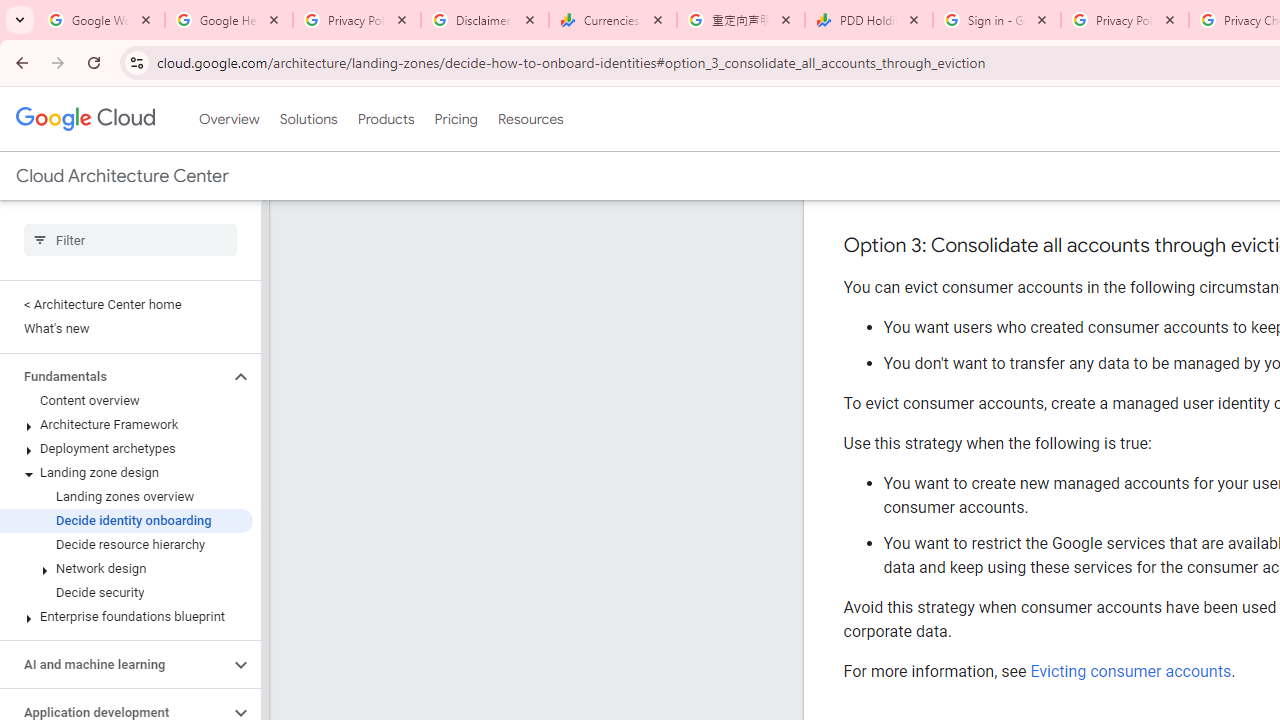 The width and height of the screenshot is (1280, 720). What do you see at coordinates (125, 519) in the screenshot?
I see `'Decide identity onboarding'` at bounding box center [125, 519].